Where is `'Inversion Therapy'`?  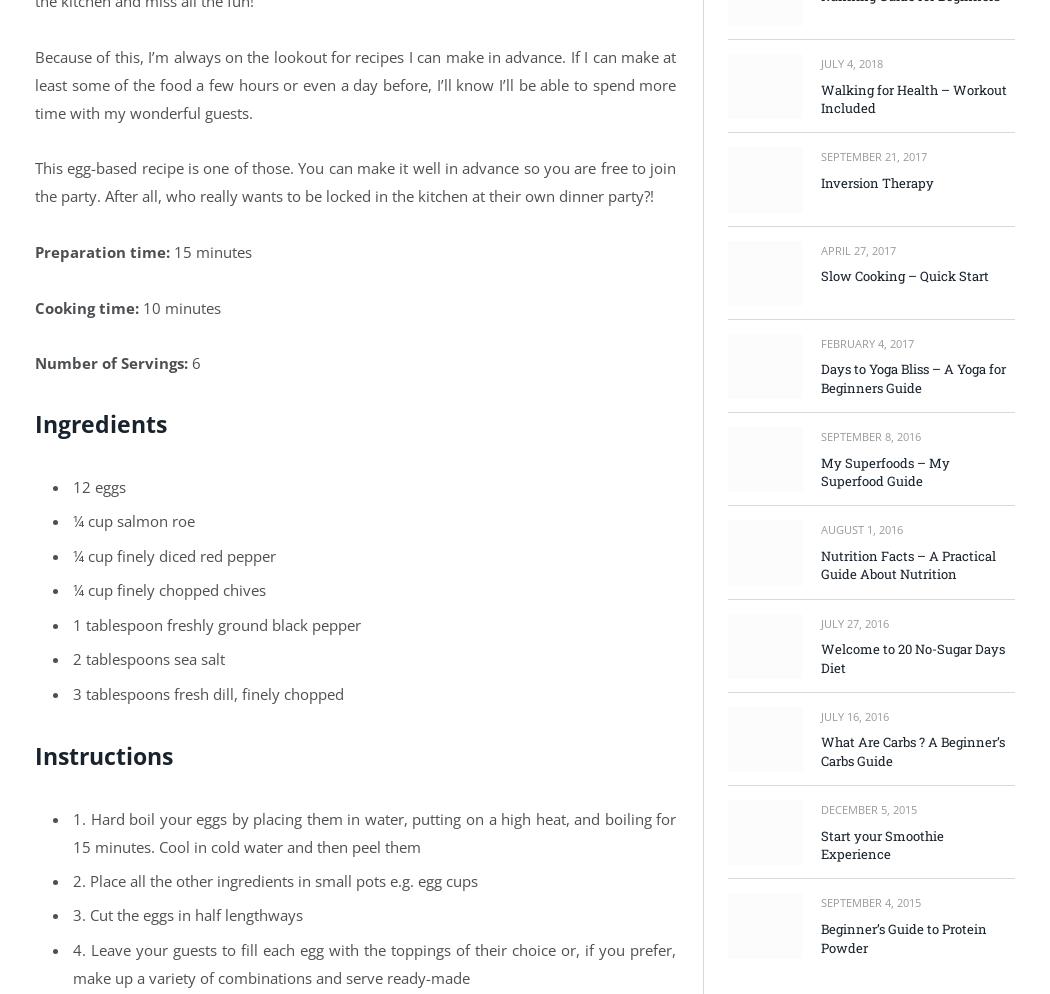
'Inversion Therapy' is located at coordinates (876, 181).